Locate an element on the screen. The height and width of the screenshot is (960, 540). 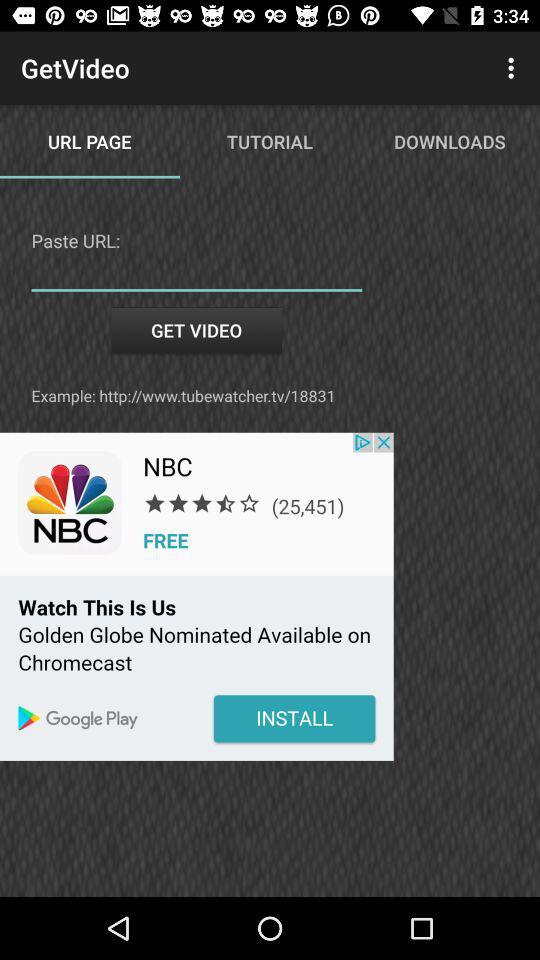
share url is located at coordinates (196, 275).